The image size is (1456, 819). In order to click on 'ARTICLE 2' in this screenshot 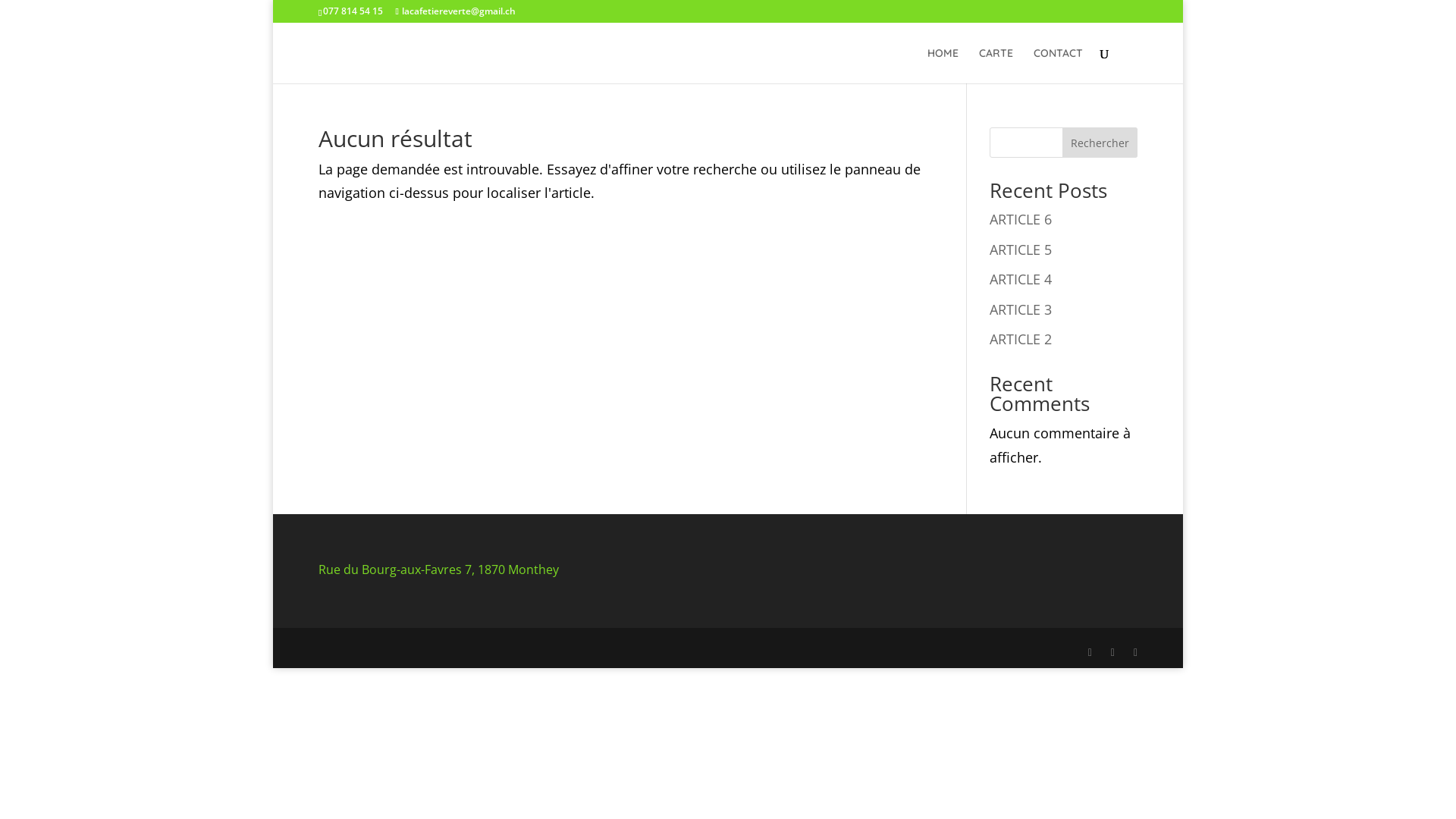, I will do `click(1020, 338)`.